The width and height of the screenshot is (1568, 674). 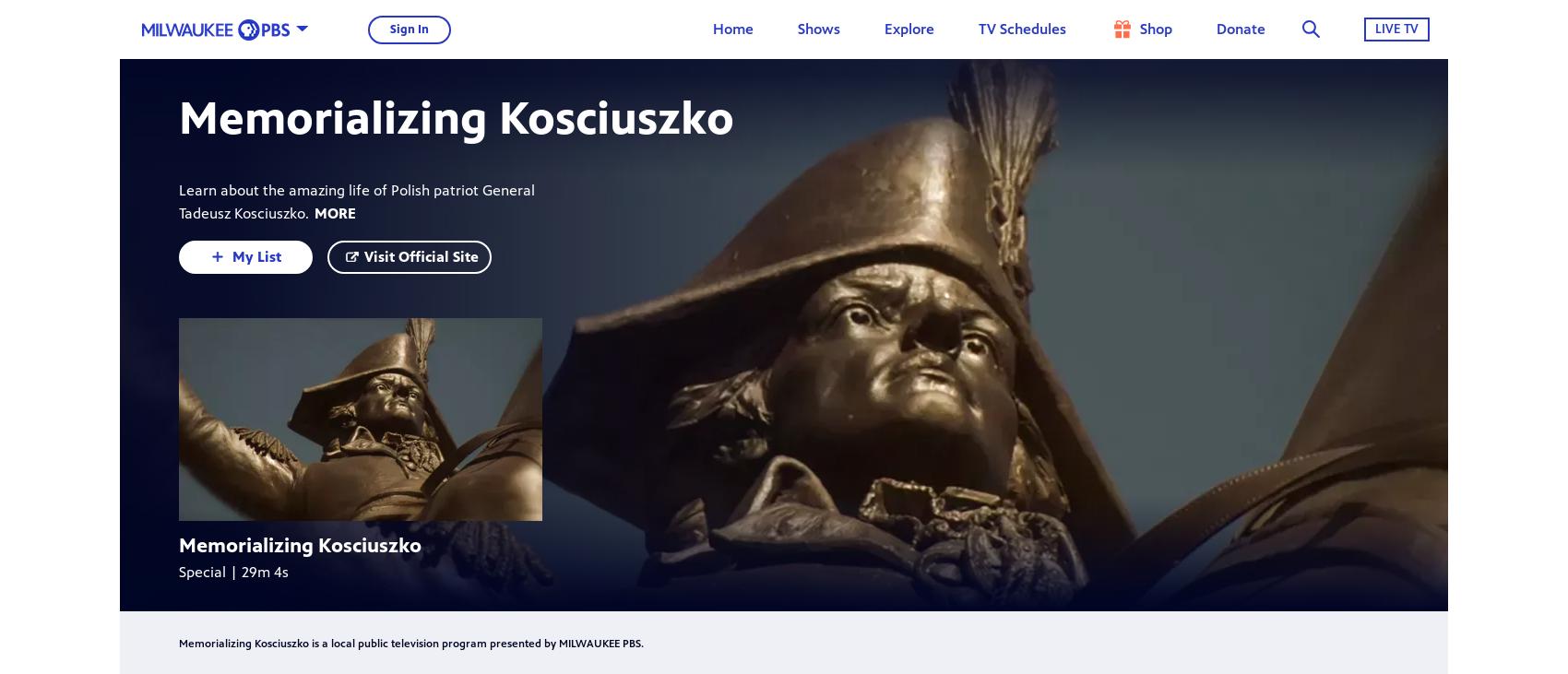 I want to click on 'Home', so click(x=731, y=28).